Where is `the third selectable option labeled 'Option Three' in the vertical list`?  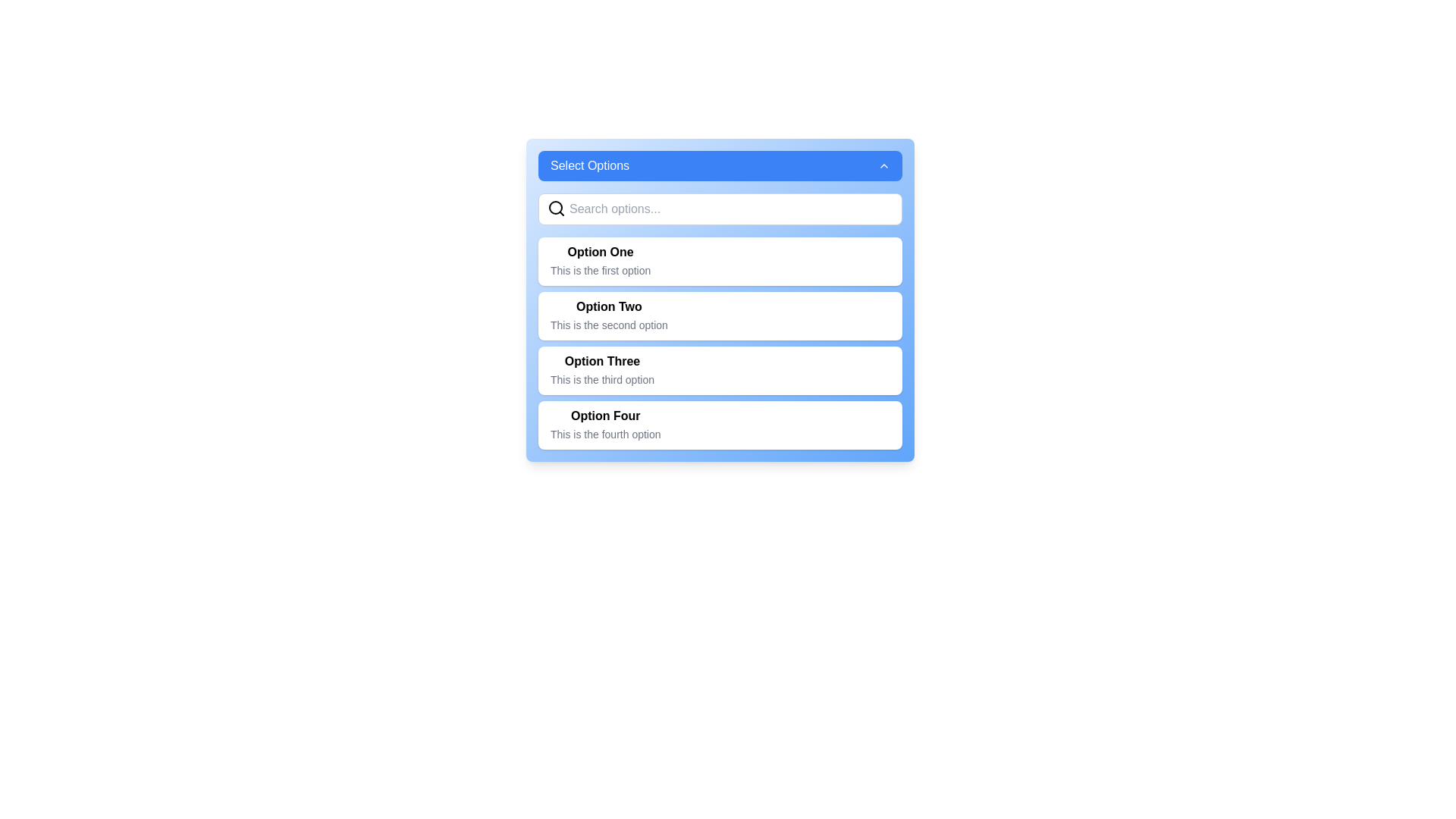
the third selectable option labeled 'Option Three' in the vertical list is located at coordinates (720, 371).